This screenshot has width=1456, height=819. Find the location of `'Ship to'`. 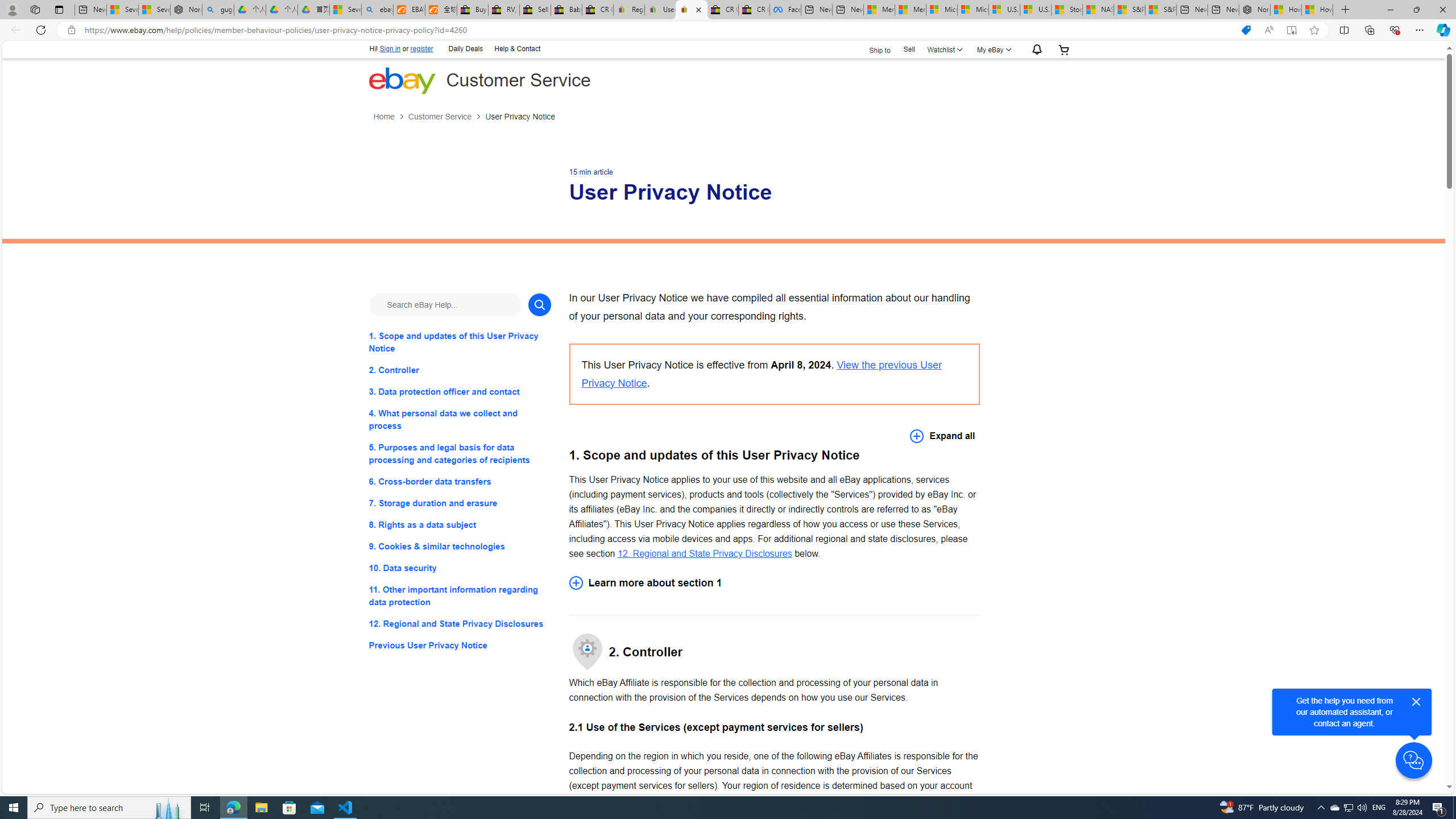

'Ship to' is located at coordinates (872, 50).